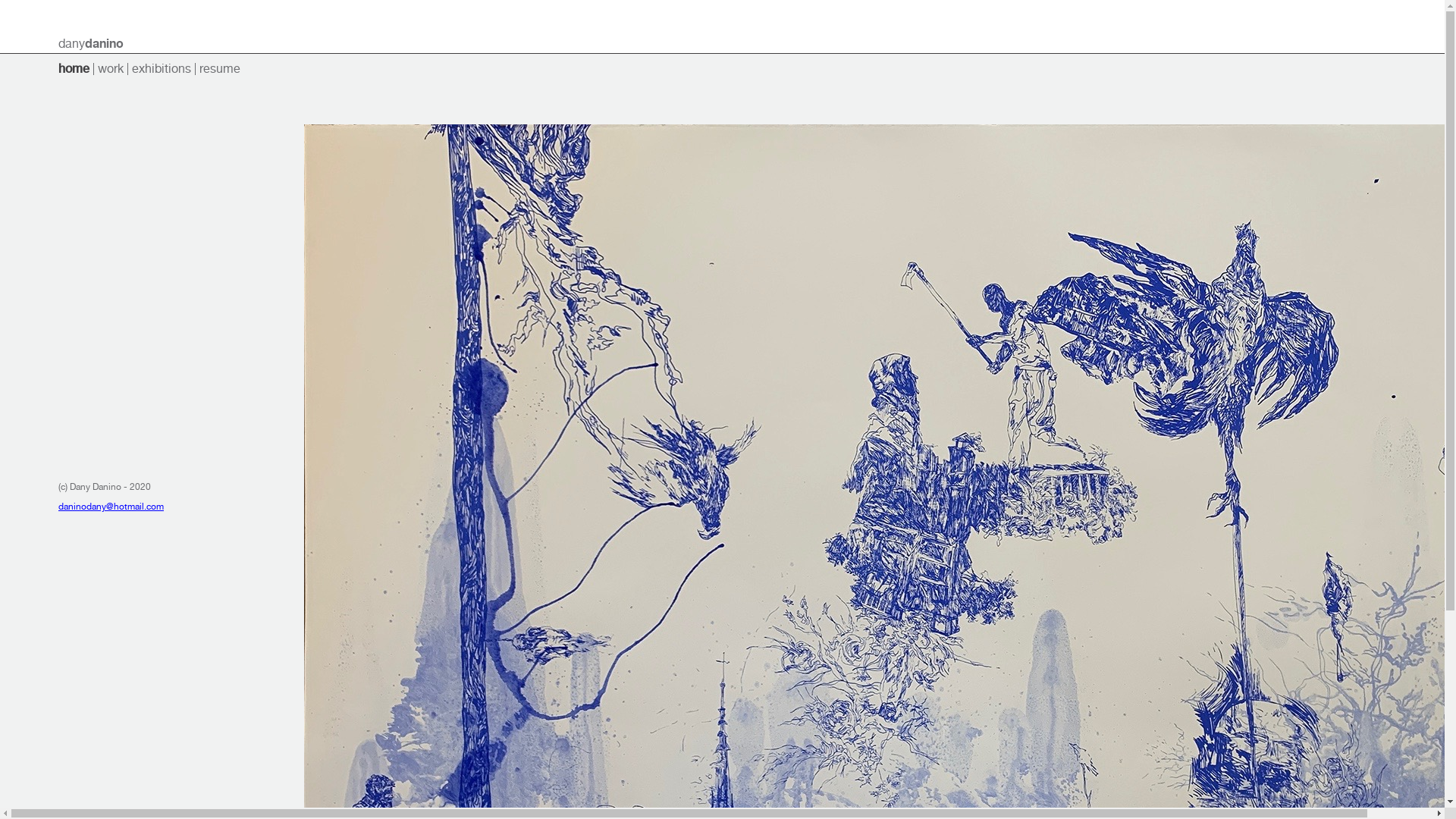  Describe the element at coordinates (73, 68) in the screenshot. I see `'home'` at that location.